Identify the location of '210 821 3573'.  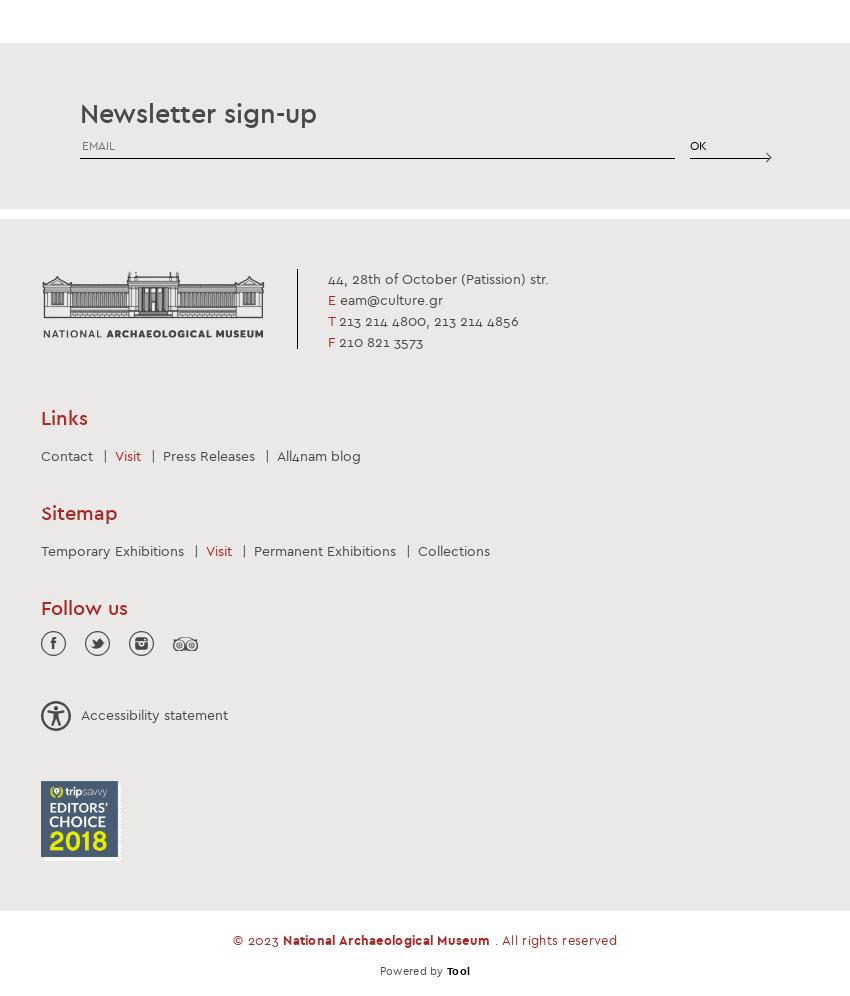
(378, 341).